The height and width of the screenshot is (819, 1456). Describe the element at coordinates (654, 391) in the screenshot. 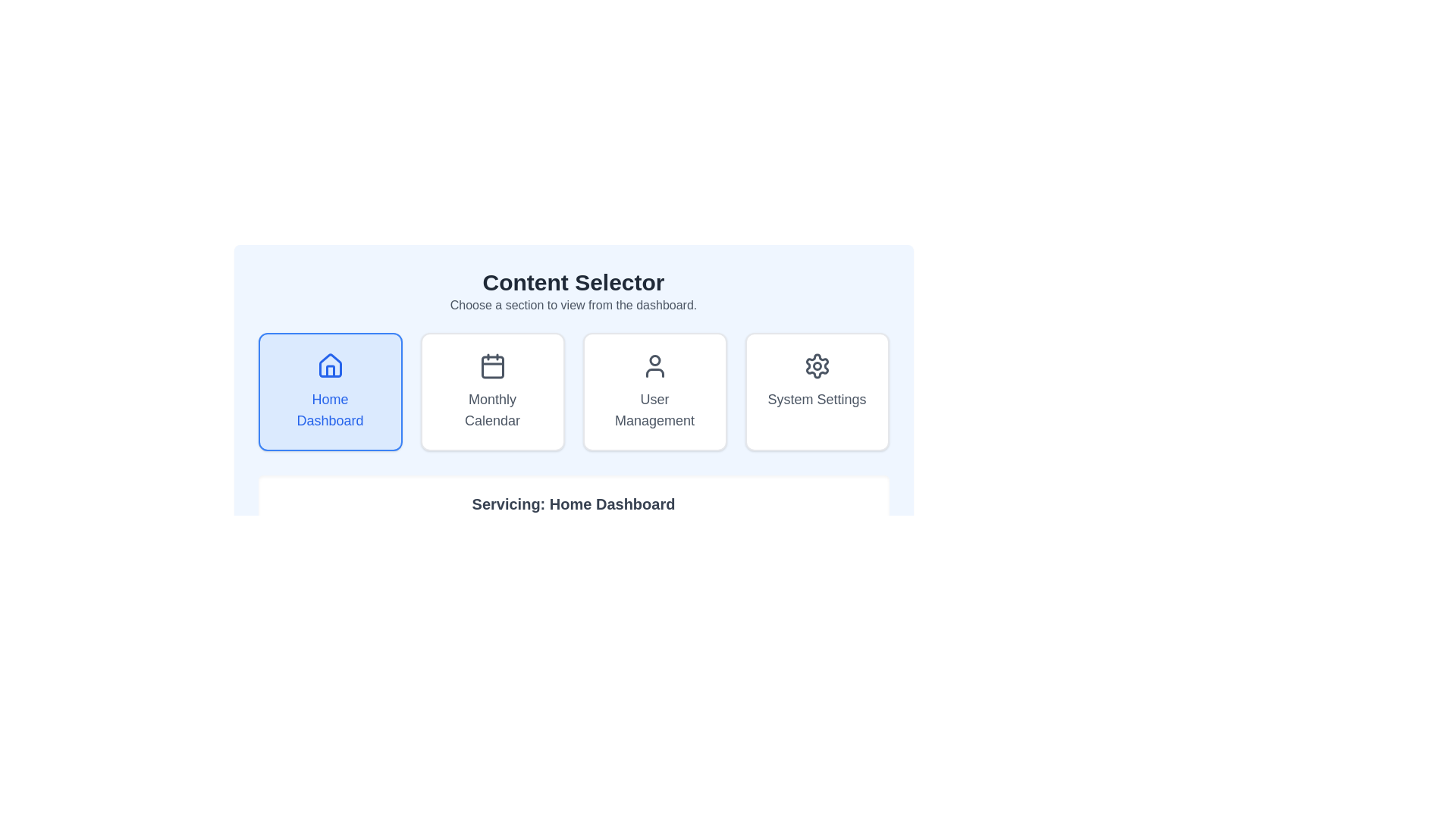

I see `the 'User Management' button, which is a rectangular card with a white background, an outlined user icon above the text 'User Management' in gray` at that location.